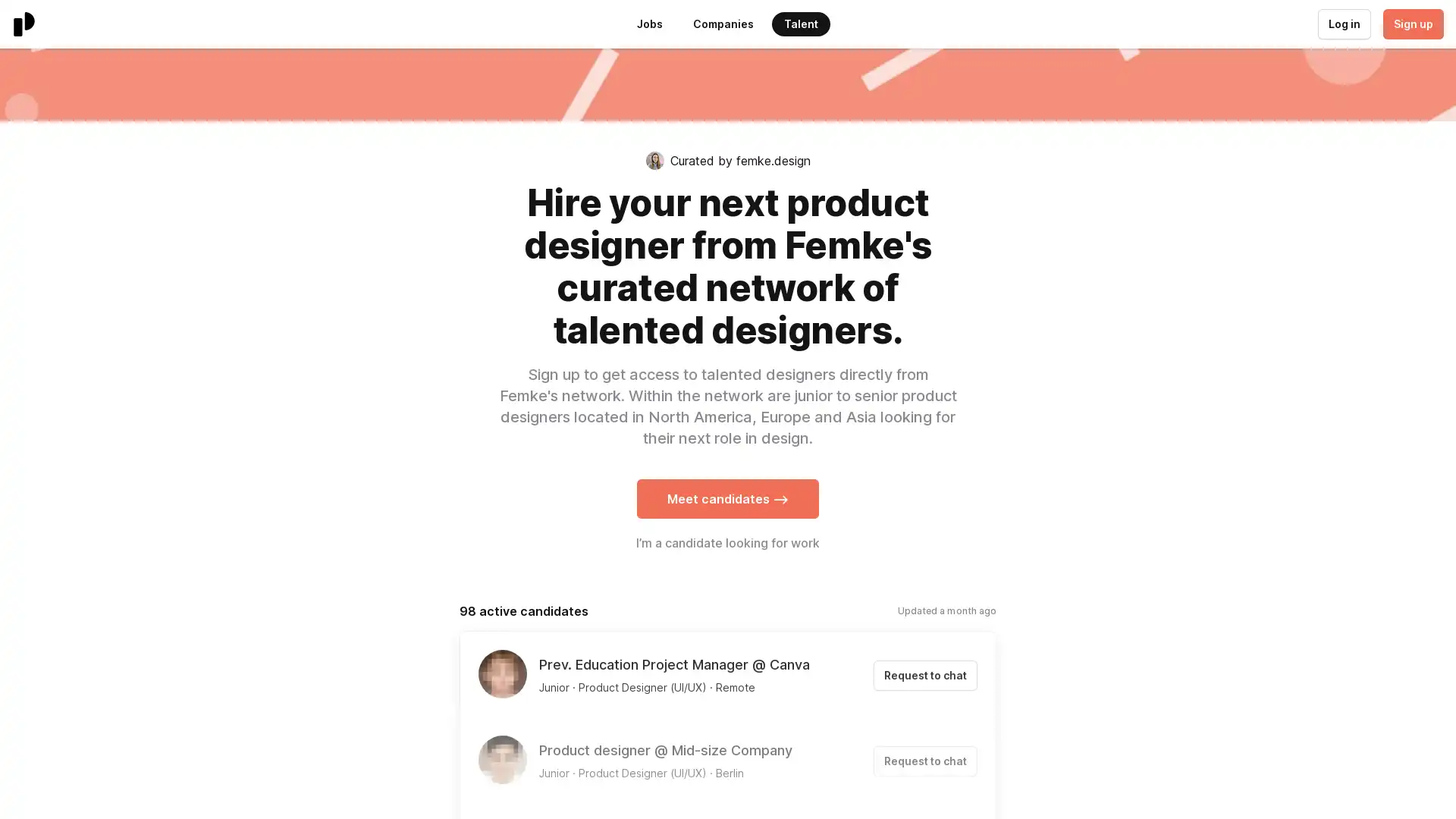 The image size is (1456, 819). What do you see at coordinates (924, 675) in the screenshot?
I see `Request to chat` at bounding box center [924, 675].